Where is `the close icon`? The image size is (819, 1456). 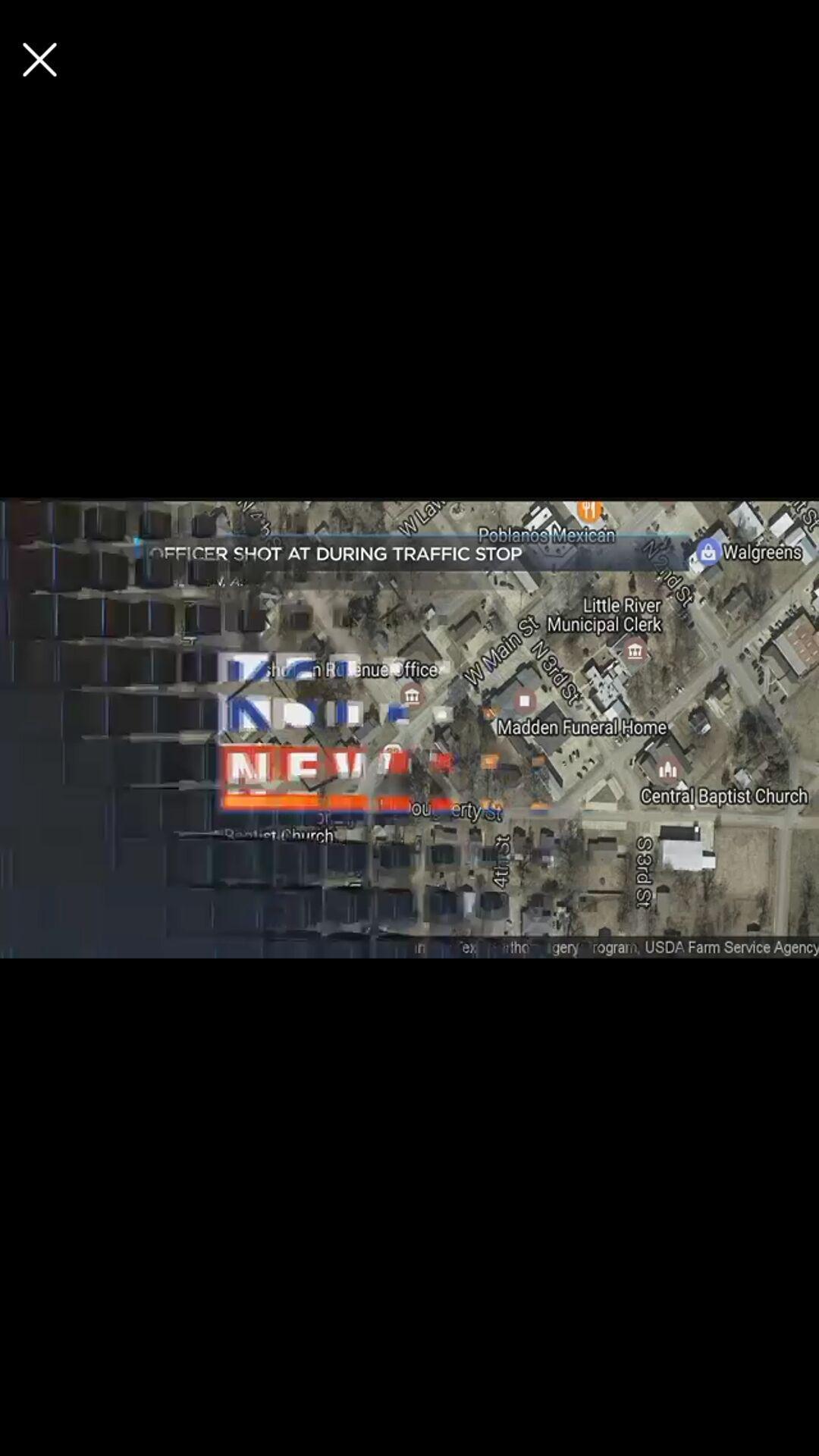 the close icon is located at coordinates (39, 59).